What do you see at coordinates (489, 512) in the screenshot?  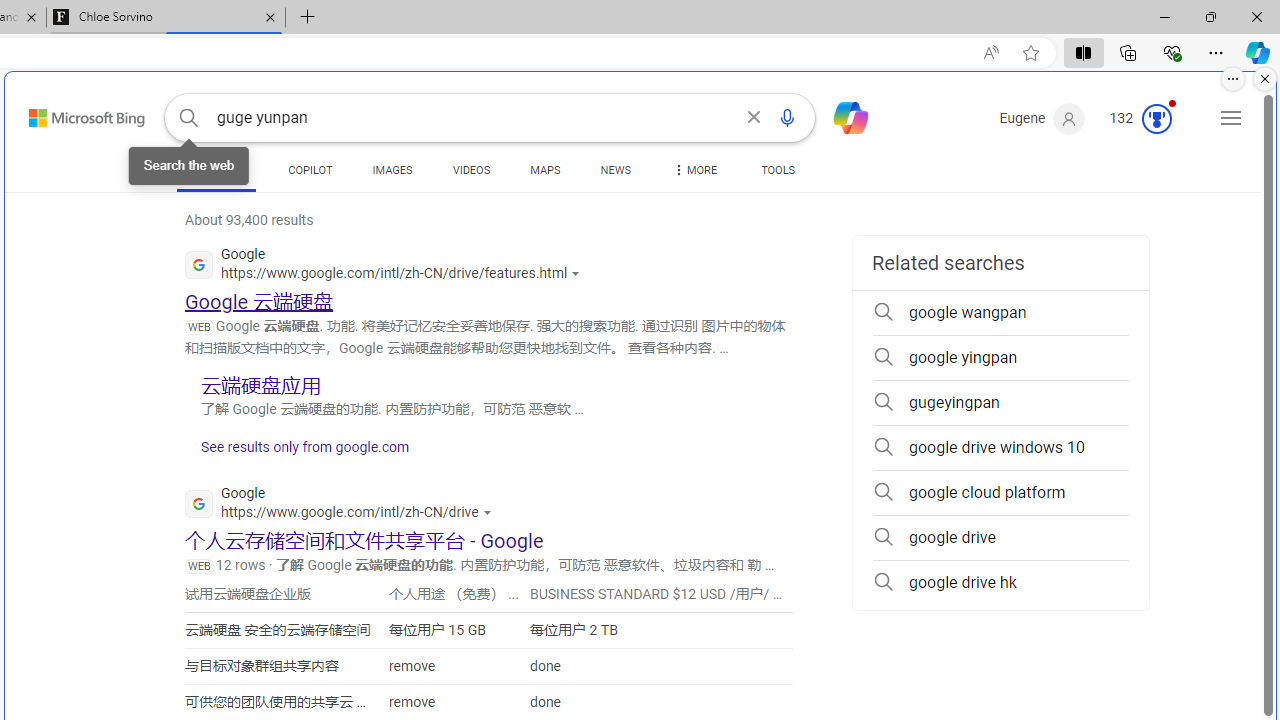 I see `'Actions for this site'` at bounding box center [489, 512].